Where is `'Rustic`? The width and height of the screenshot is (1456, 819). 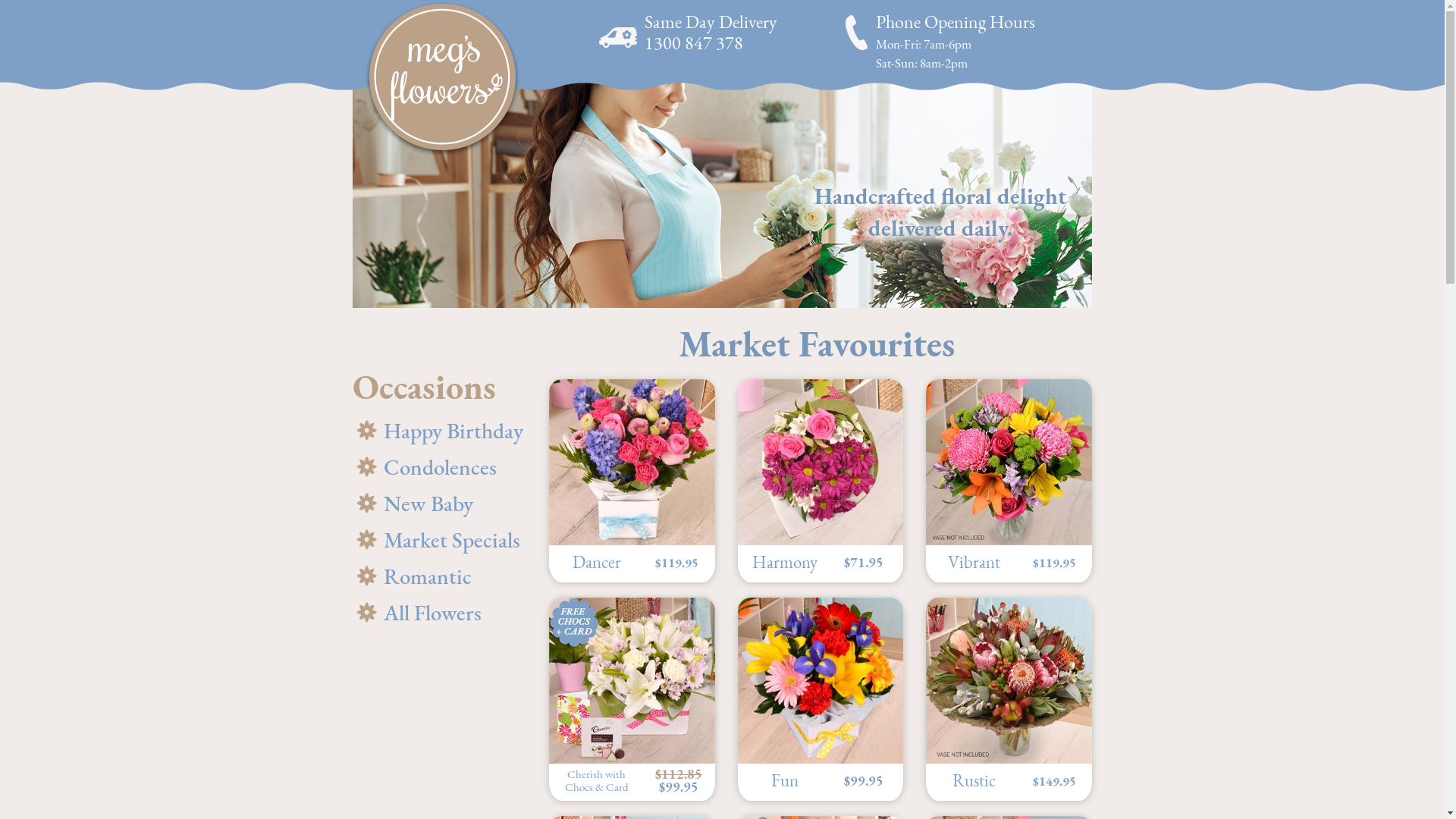 'Rustic is located at coordinates (1009, 698).